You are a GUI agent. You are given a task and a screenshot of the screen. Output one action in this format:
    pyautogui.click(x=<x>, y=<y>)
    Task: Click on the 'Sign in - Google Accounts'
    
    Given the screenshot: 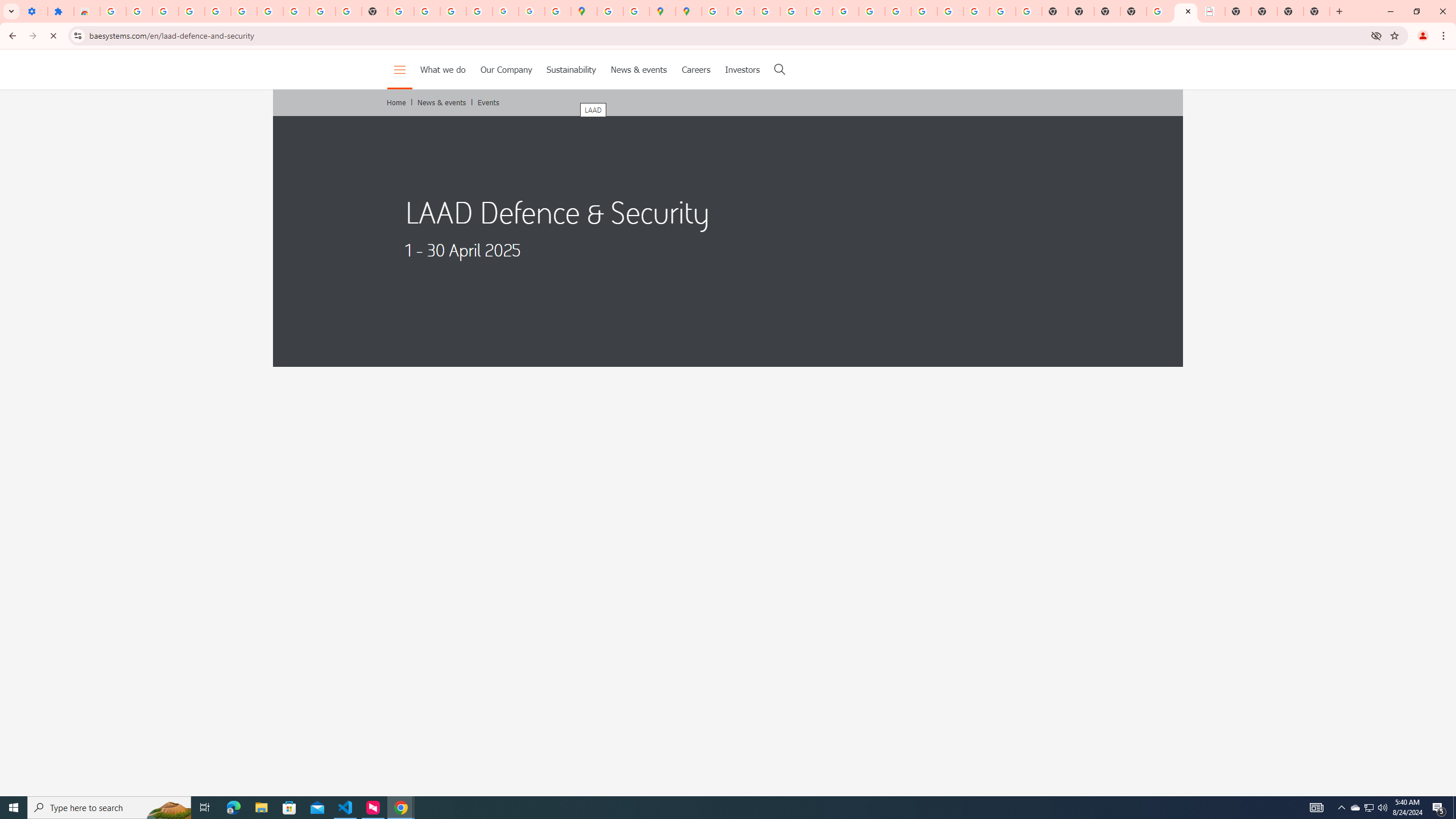 What is the action you would take?
    pyautogui.click(x=112, y=11)
    